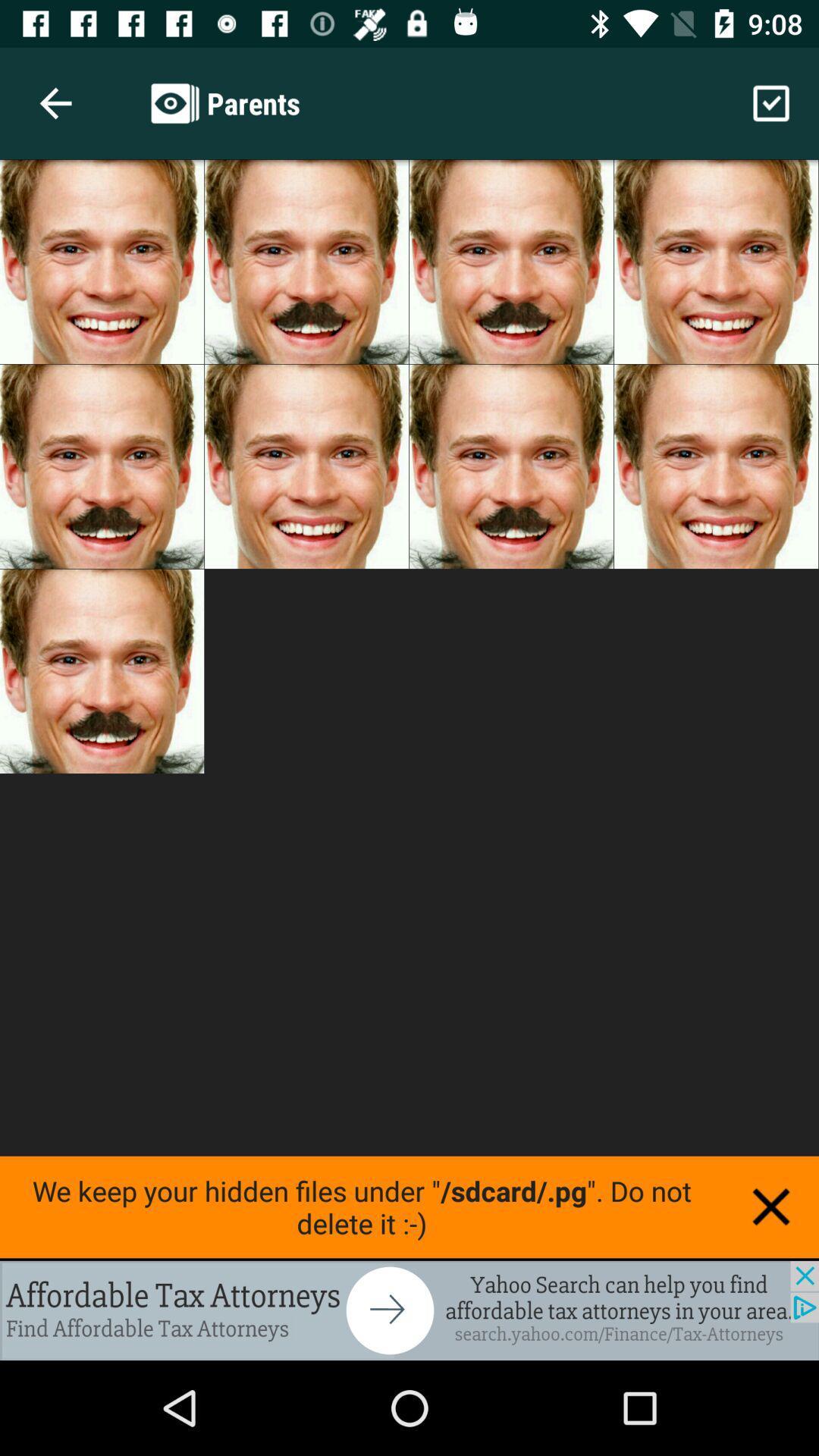 The width and height of the screenshot is (819, 1456). Describe the element at coordinates (771, 1206) in the screenshot. I see `the close icon` at that location.